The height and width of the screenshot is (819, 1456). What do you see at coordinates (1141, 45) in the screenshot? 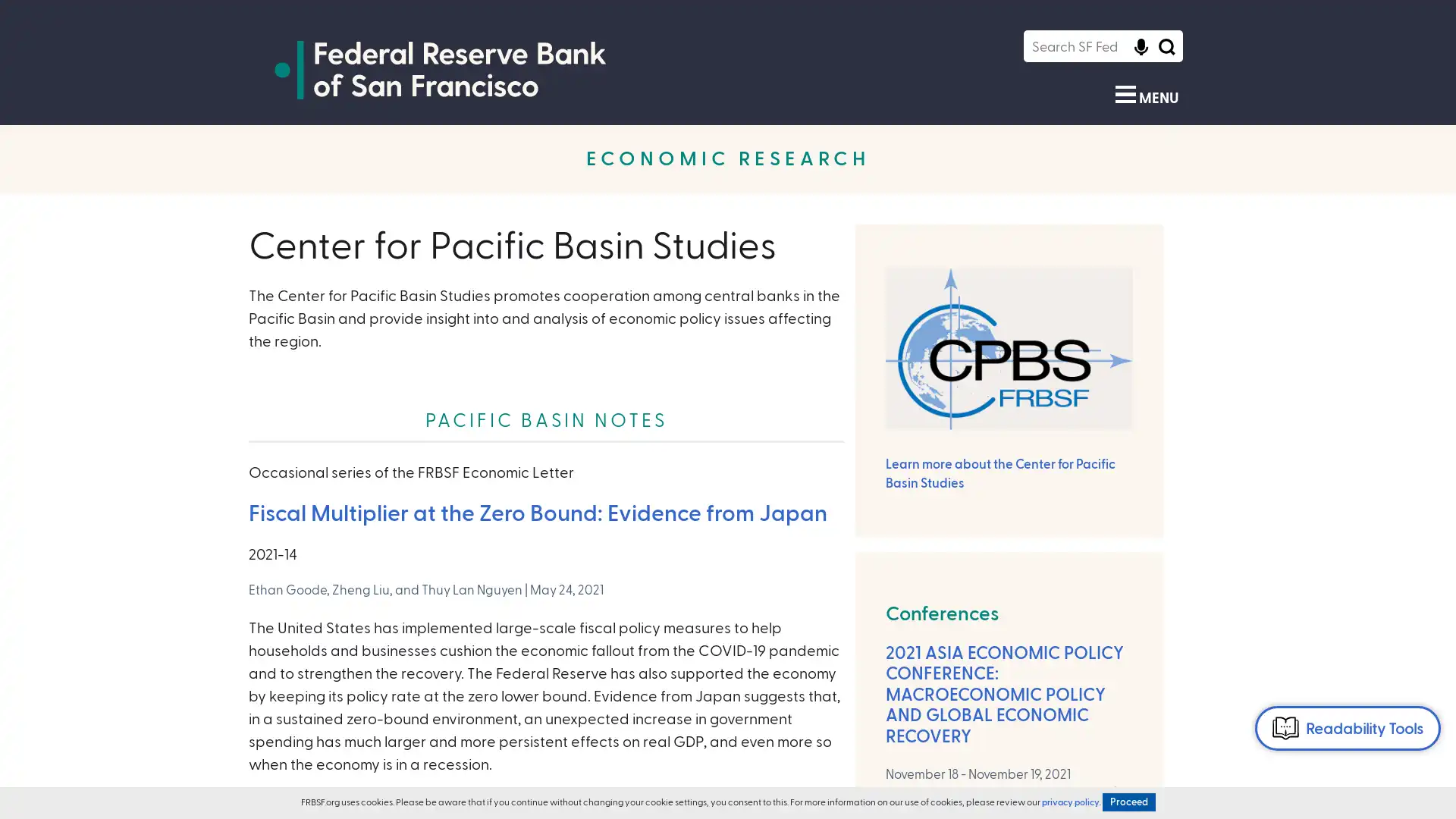
I see `Click to start voice recognition Click to start voice recognition of search query` at bounding box center [1141, 45].